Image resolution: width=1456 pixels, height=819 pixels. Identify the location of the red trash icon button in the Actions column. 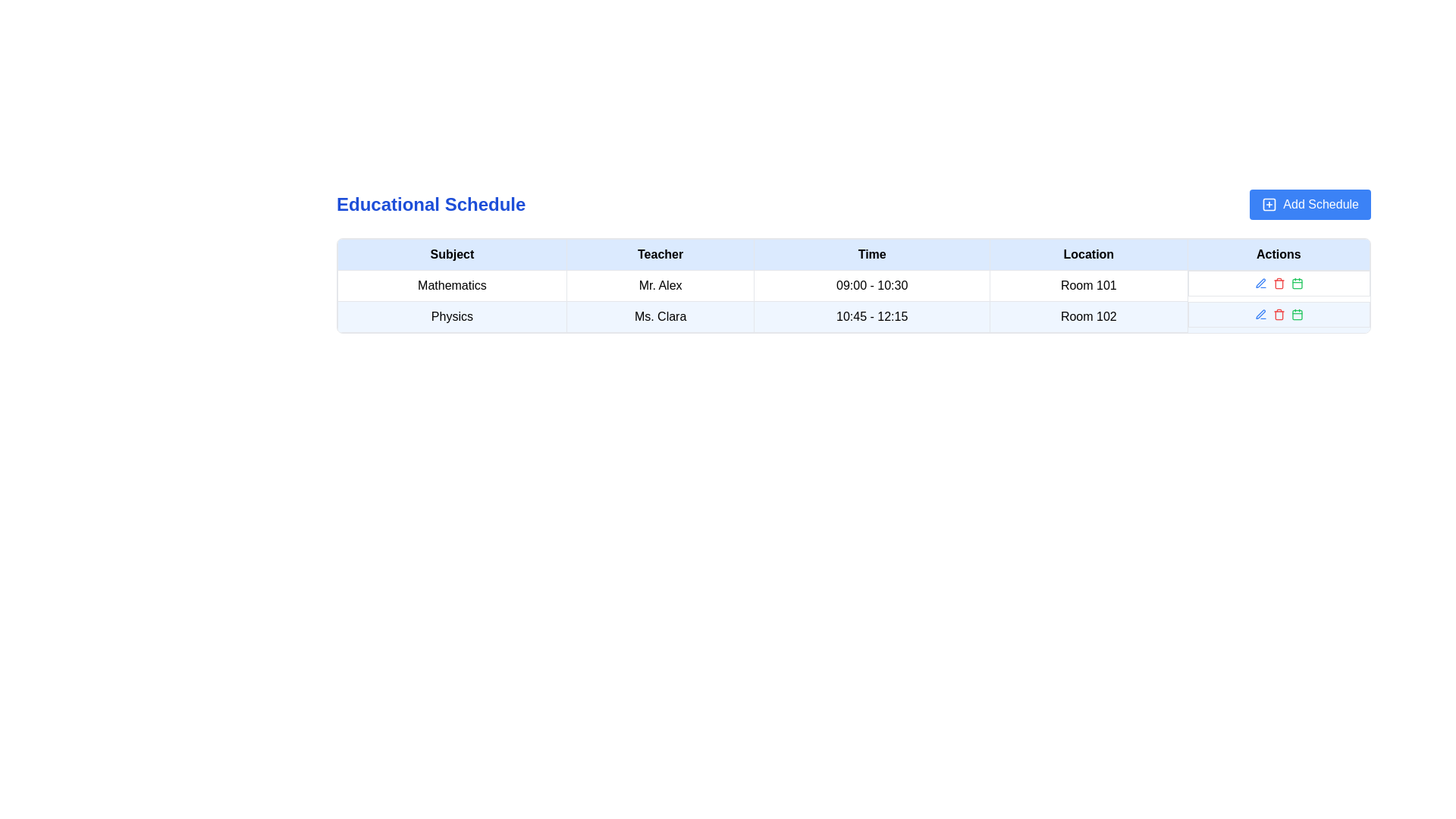
(1278, 313).